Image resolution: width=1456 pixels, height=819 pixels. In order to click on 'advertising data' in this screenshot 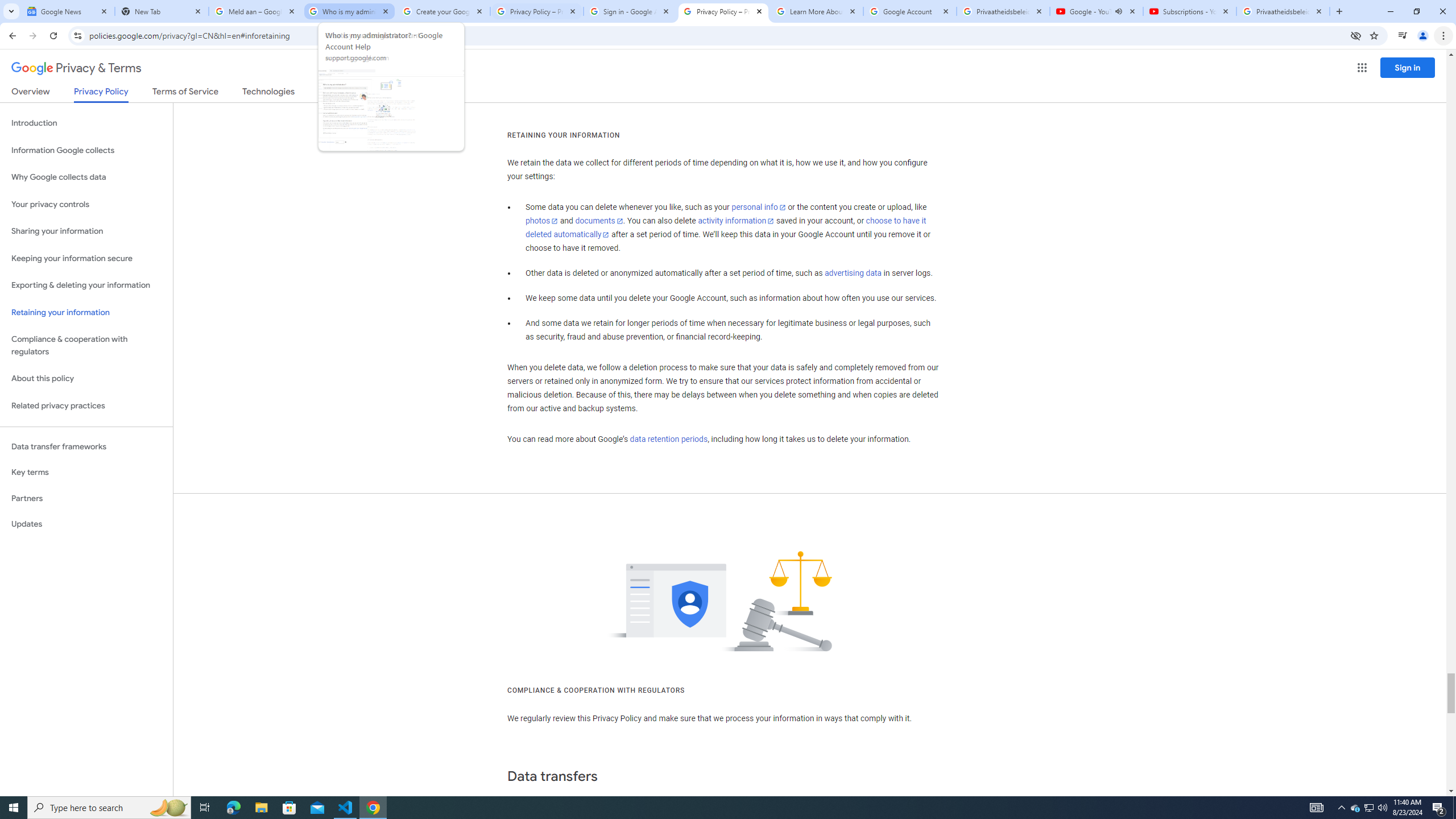, I will do `click(851, 272)`.